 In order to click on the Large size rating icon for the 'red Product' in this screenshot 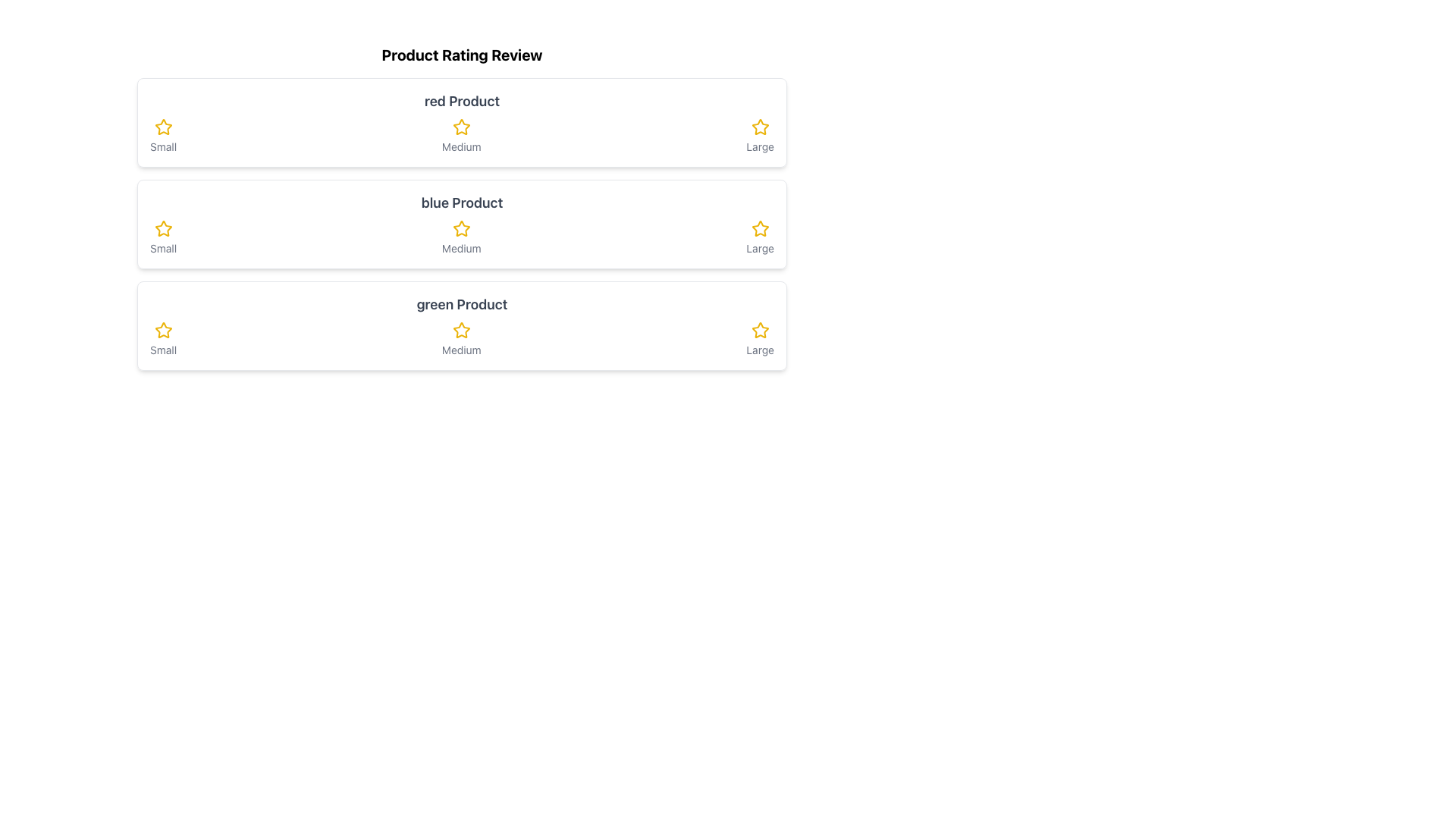, I will do `click(760, 126)`.